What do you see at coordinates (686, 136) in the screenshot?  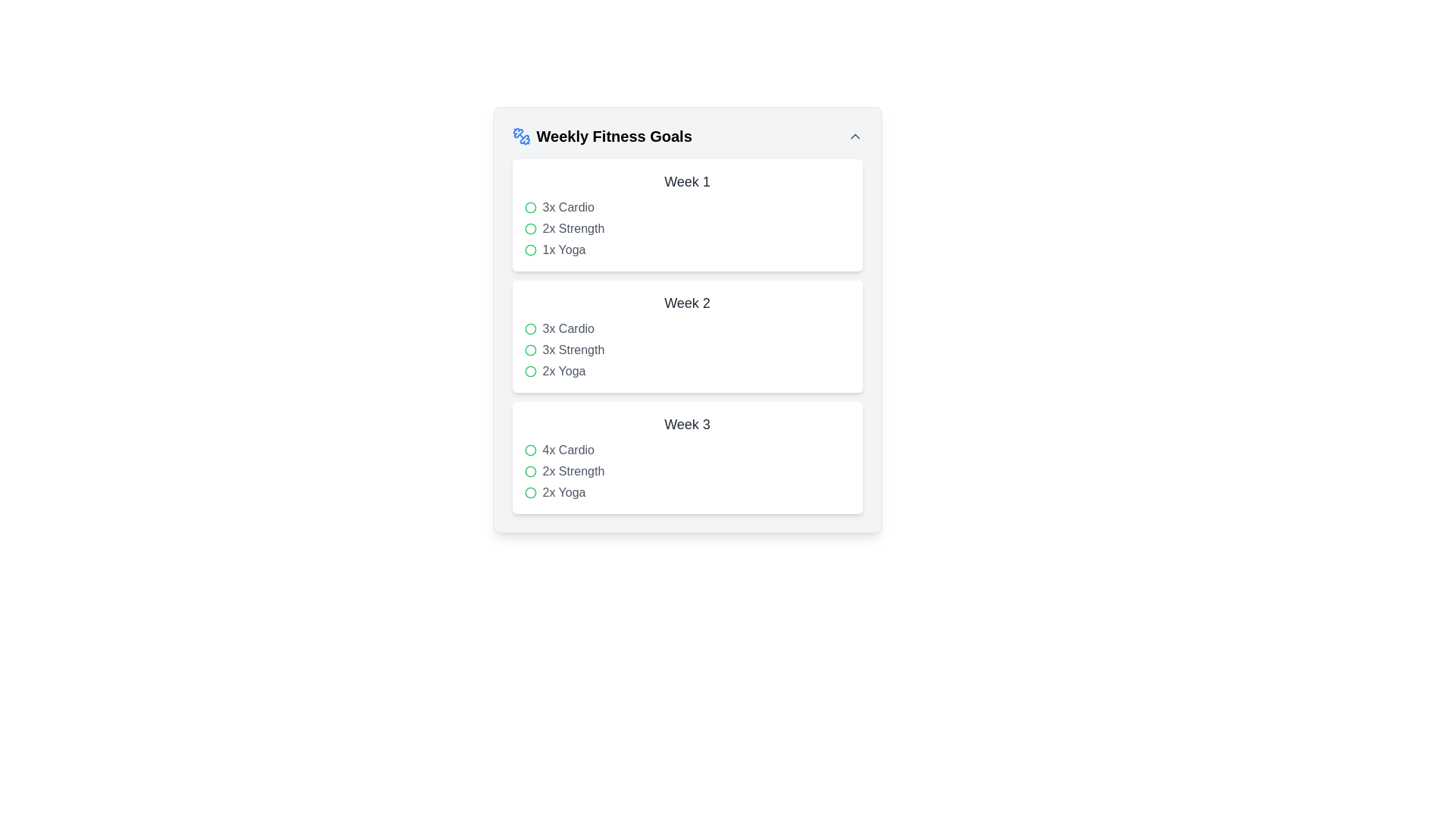 I see `the static text header that describes weekly fitness goals, positioned at the top of the card with decorative icons` at bounding box center [686, 136].